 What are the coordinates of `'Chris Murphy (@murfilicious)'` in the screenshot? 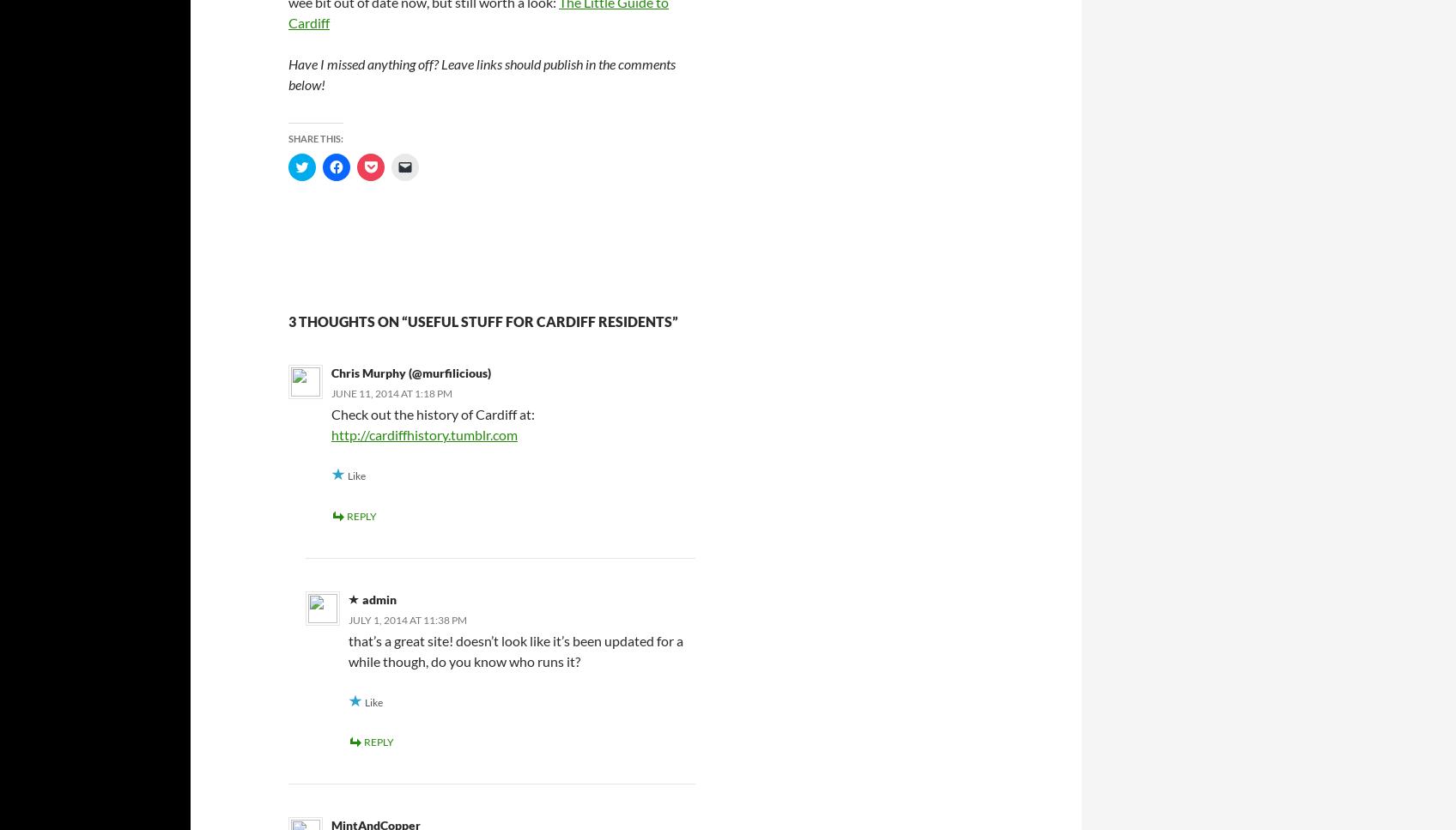 It's located at (331, 372).